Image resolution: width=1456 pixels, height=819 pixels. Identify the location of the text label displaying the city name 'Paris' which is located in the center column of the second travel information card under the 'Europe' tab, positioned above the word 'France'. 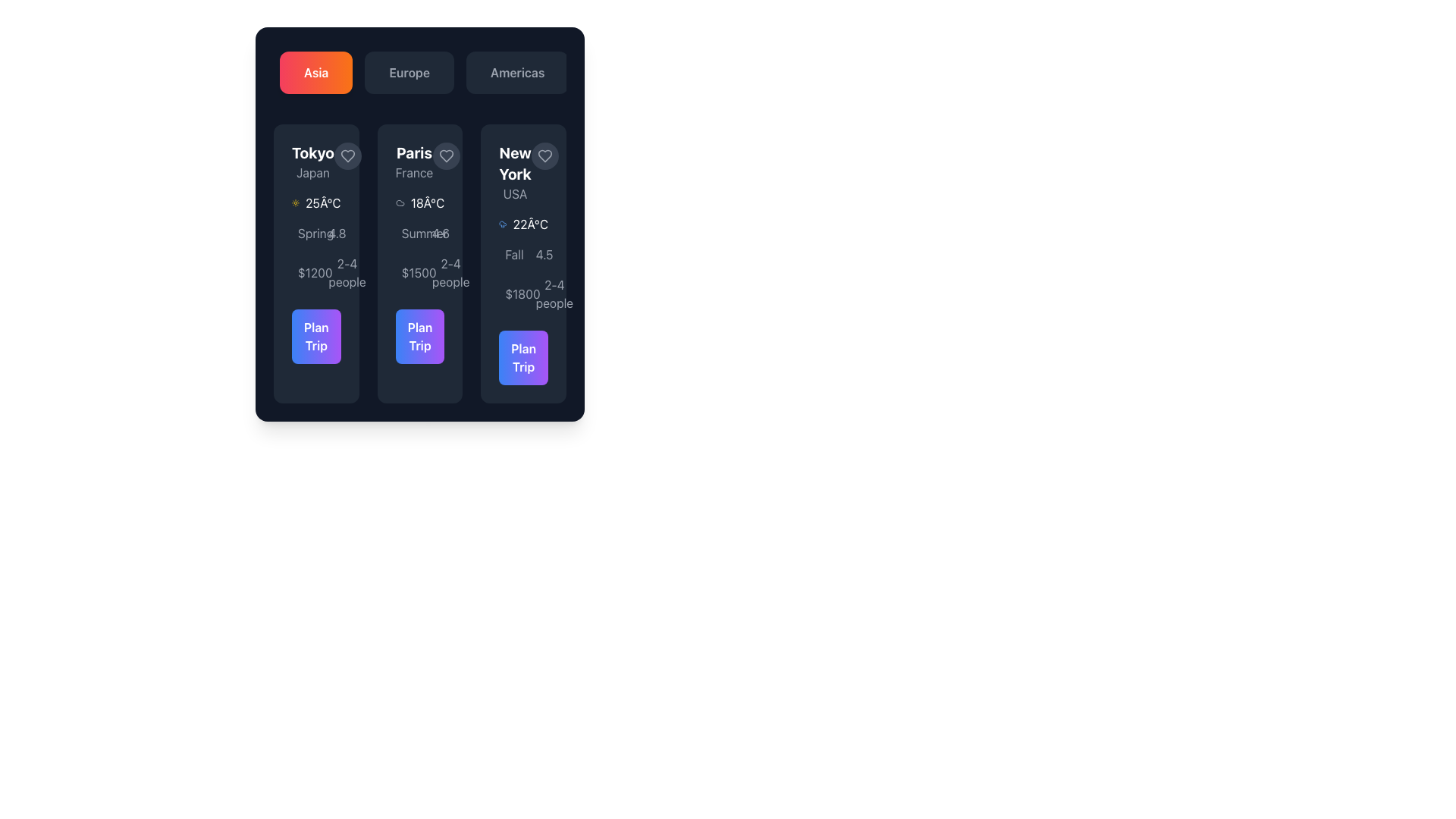
(414, 152).